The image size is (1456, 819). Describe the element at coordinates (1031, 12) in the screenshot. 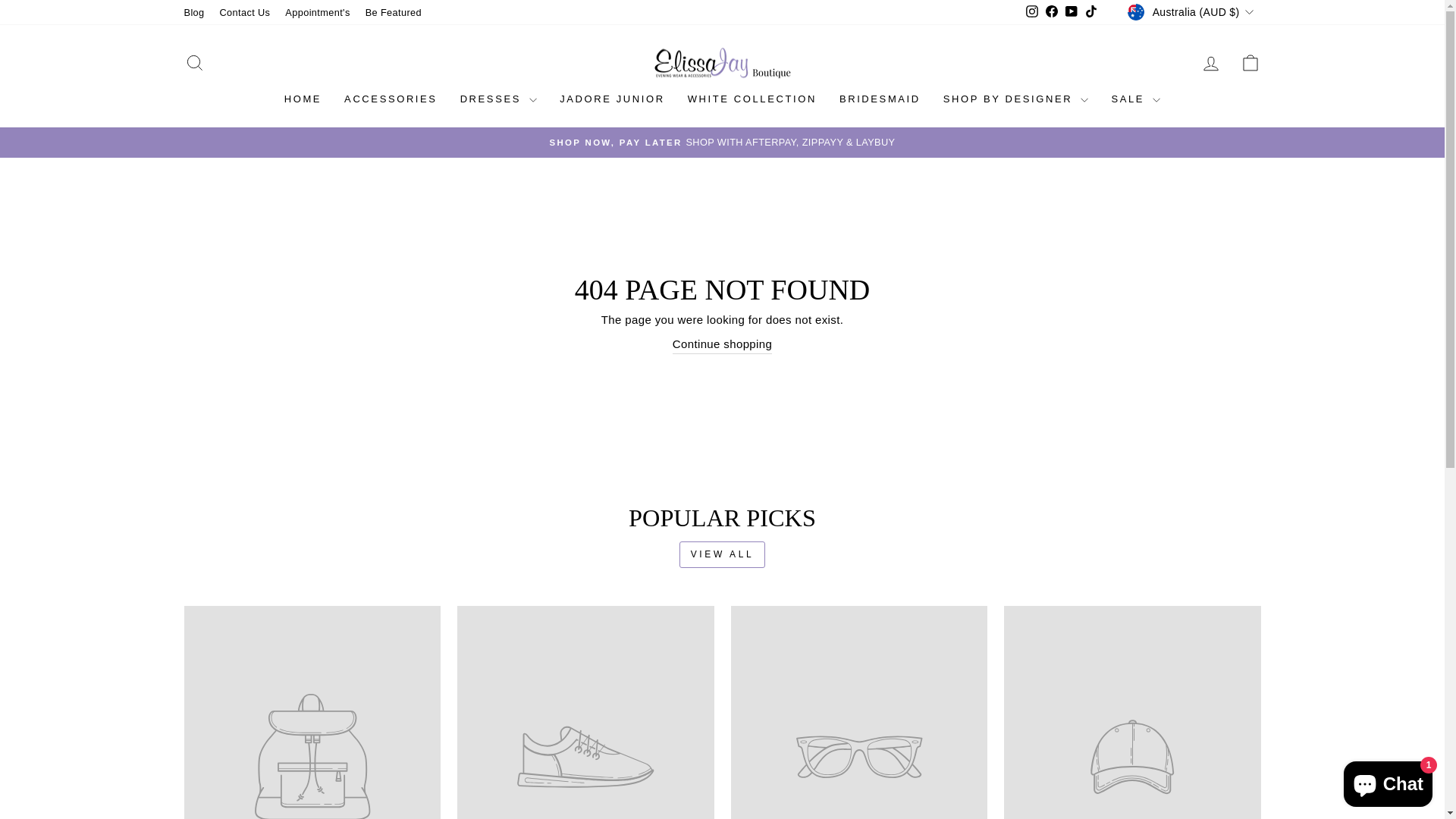

I see `'instagram` at that location.